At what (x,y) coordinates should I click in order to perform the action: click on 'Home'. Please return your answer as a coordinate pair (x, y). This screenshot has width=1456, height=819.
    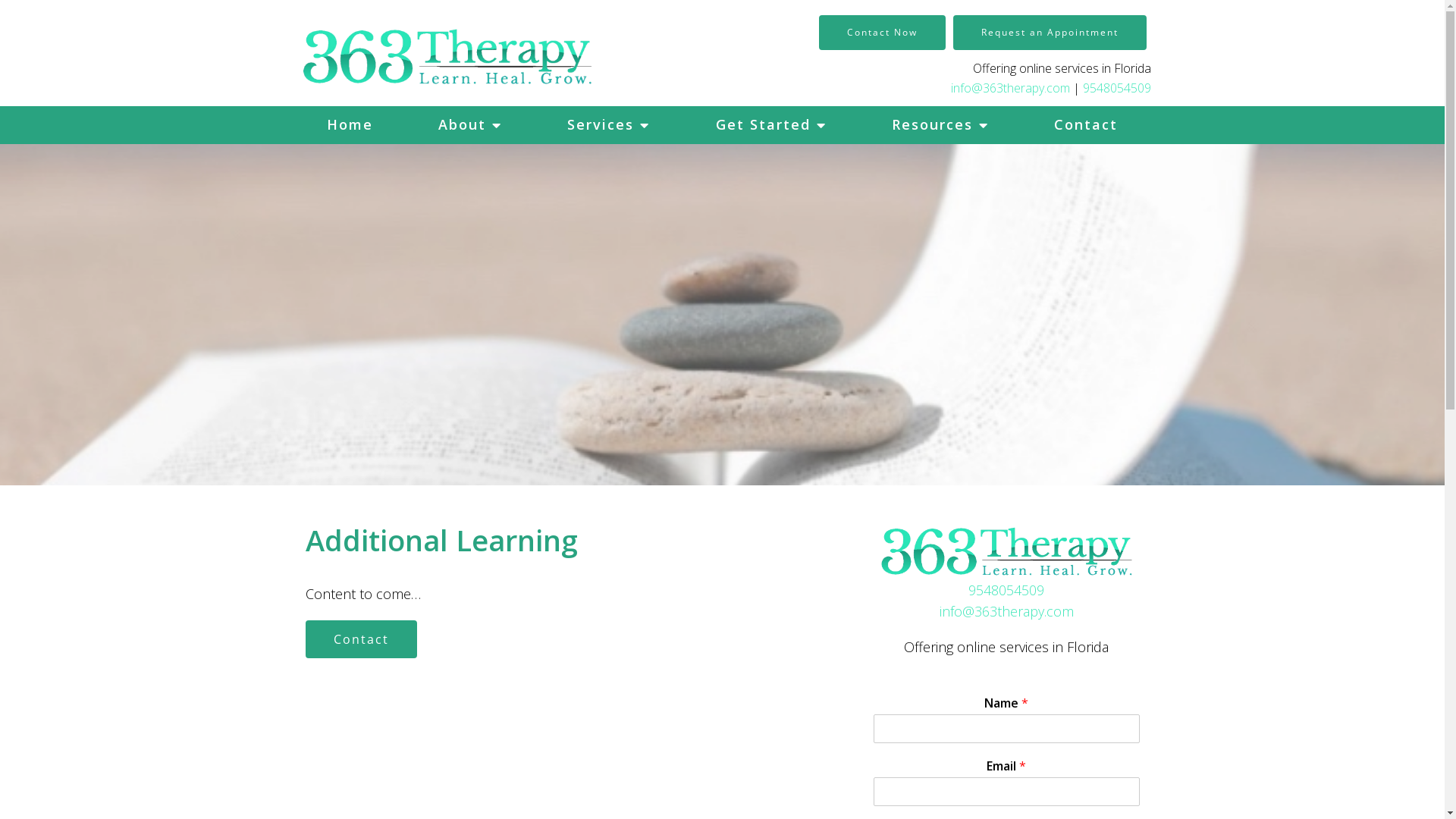
    Looking at the image, I should click on (294, 124).